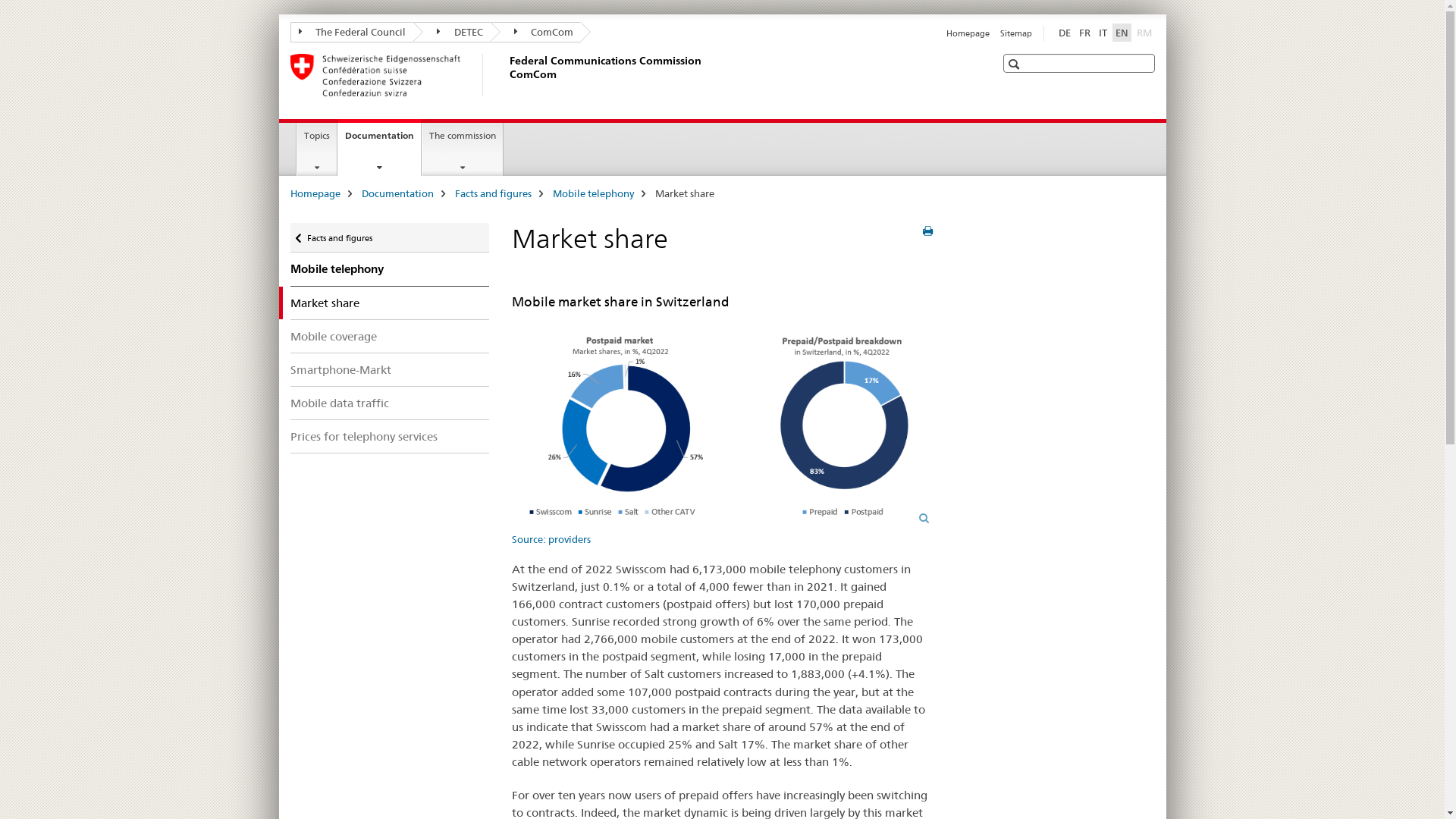 Image resolution: width=1456 pixels, height=819 pixels. Describe the element at coordinates (337, 147) in the screenshot. I see `'Documentation` at that location.